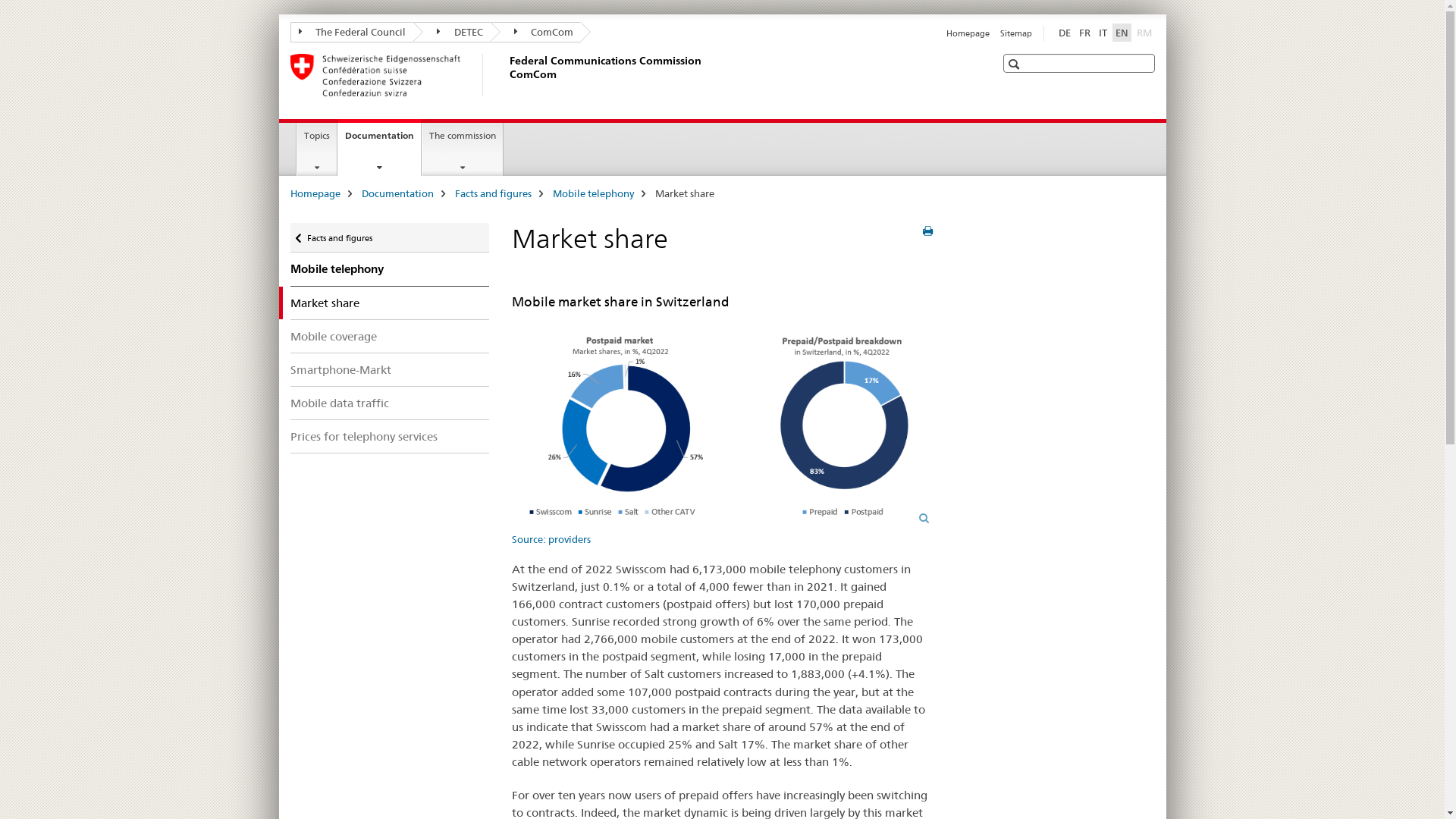 Image resolution: width=1456 pixels, height=819 pixels. Describe the element at coordinates (337, 147) in the screenshot. I see `'Documentation` at that location.